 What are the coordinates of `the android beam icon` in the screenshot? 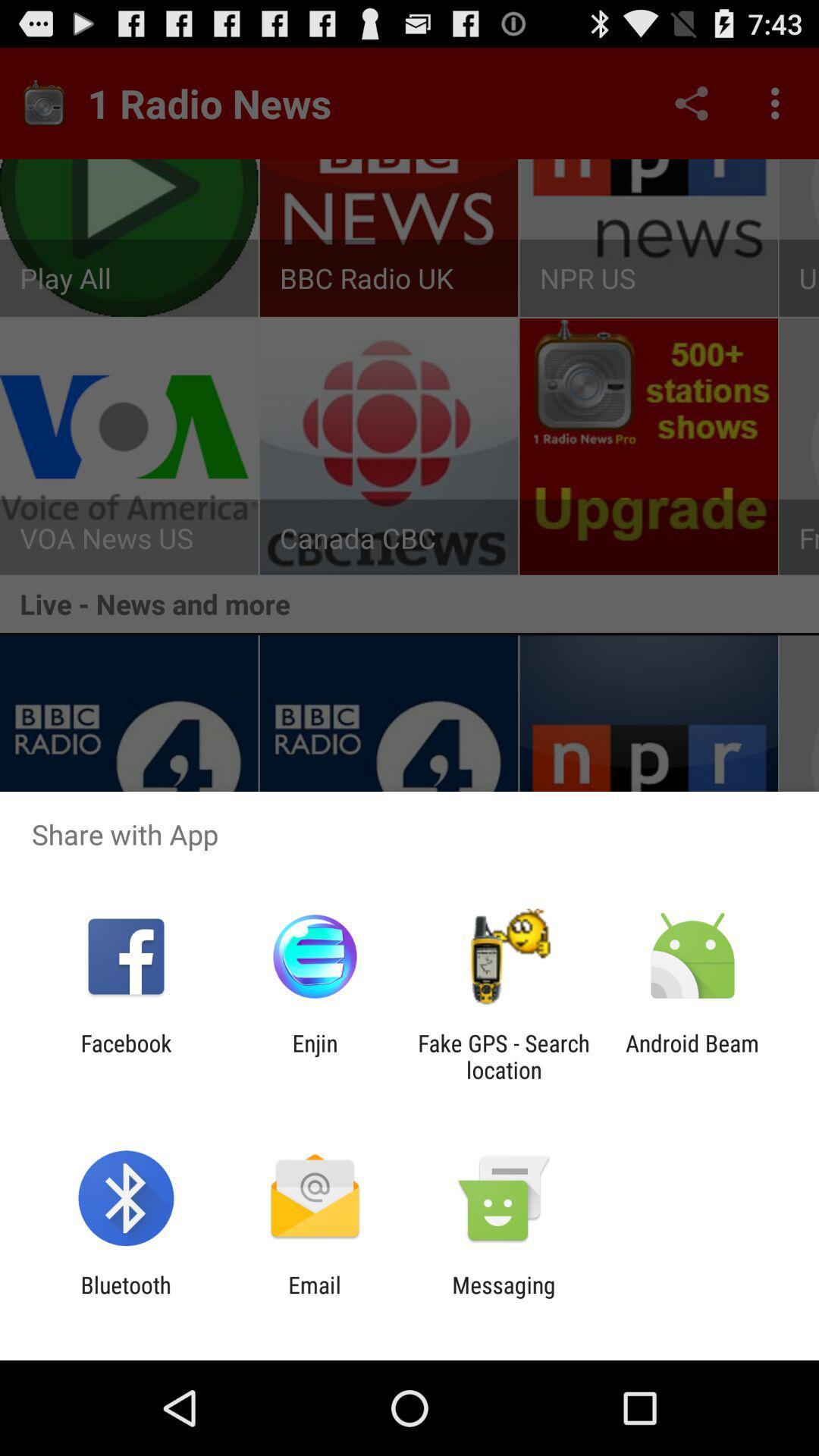 It's located at (692, 1056).